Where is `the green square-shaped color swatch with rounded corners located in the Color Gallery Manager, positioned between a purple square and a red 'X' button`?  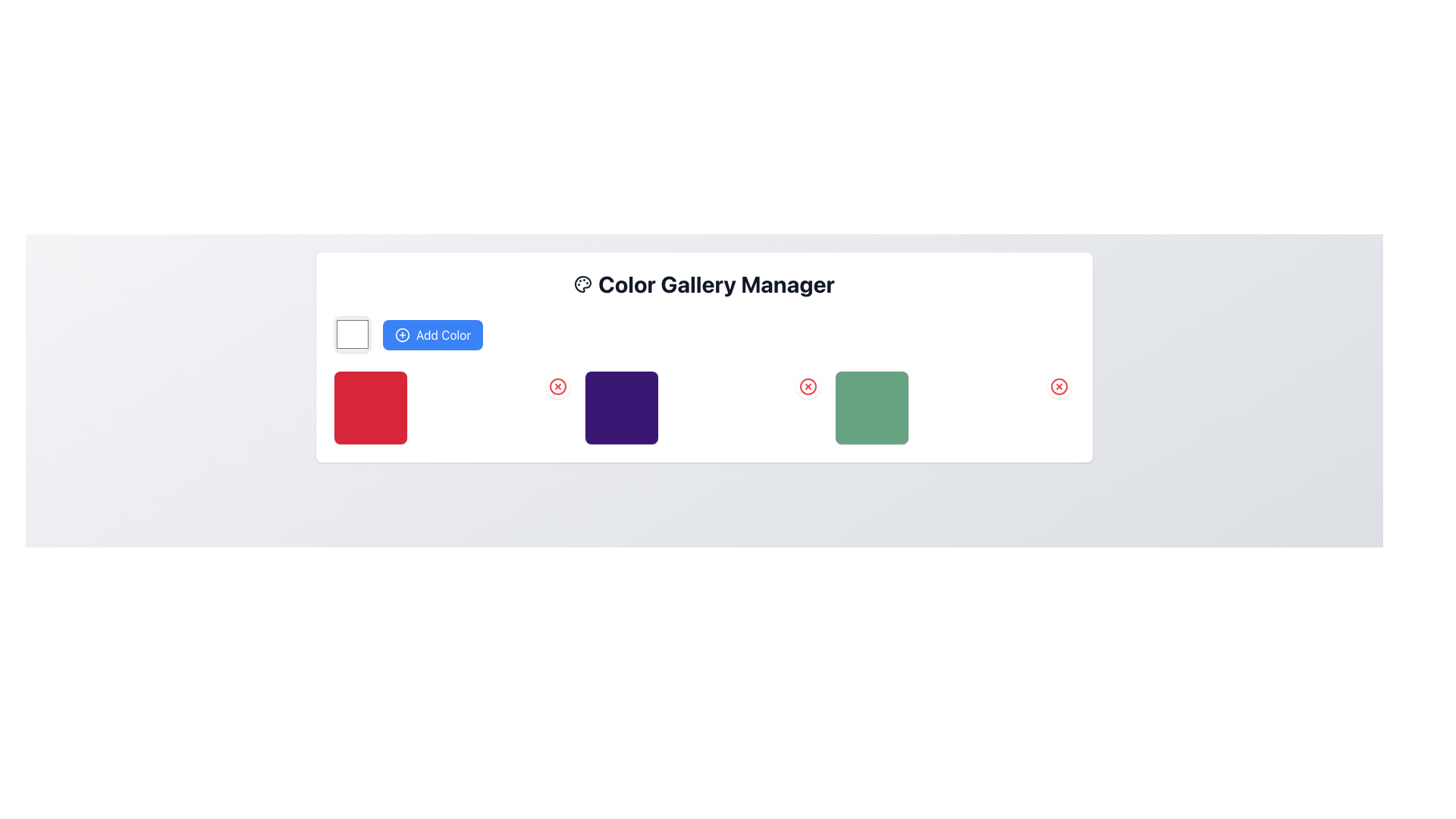
the green square-shaped color swatch with rounded corners located in the Color Gallery Manager, positioned between a purple square and a red 'X' button is located at coordinates (872, 406).